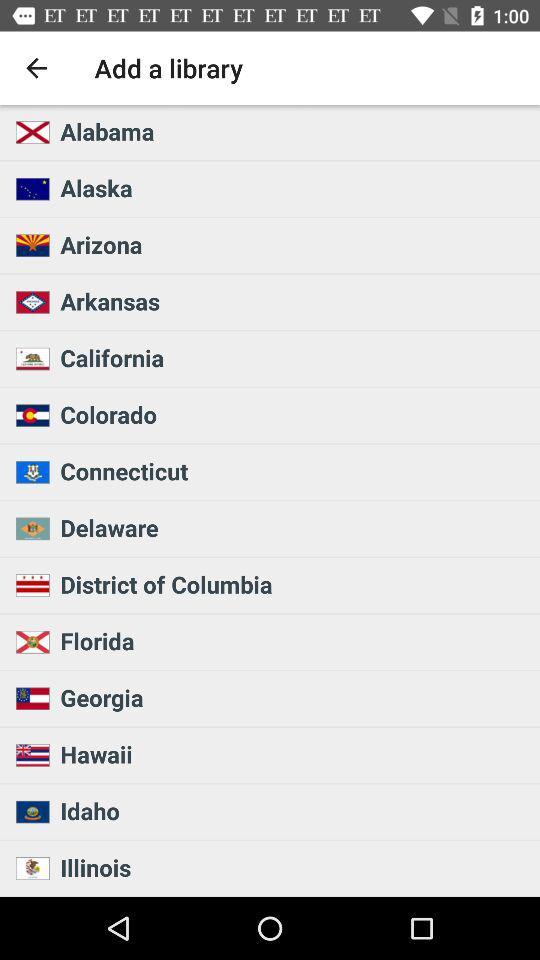  Describe the element at coordinates (293, 413) in the screenshot. I see `the icon above connecticut icon` at that location.